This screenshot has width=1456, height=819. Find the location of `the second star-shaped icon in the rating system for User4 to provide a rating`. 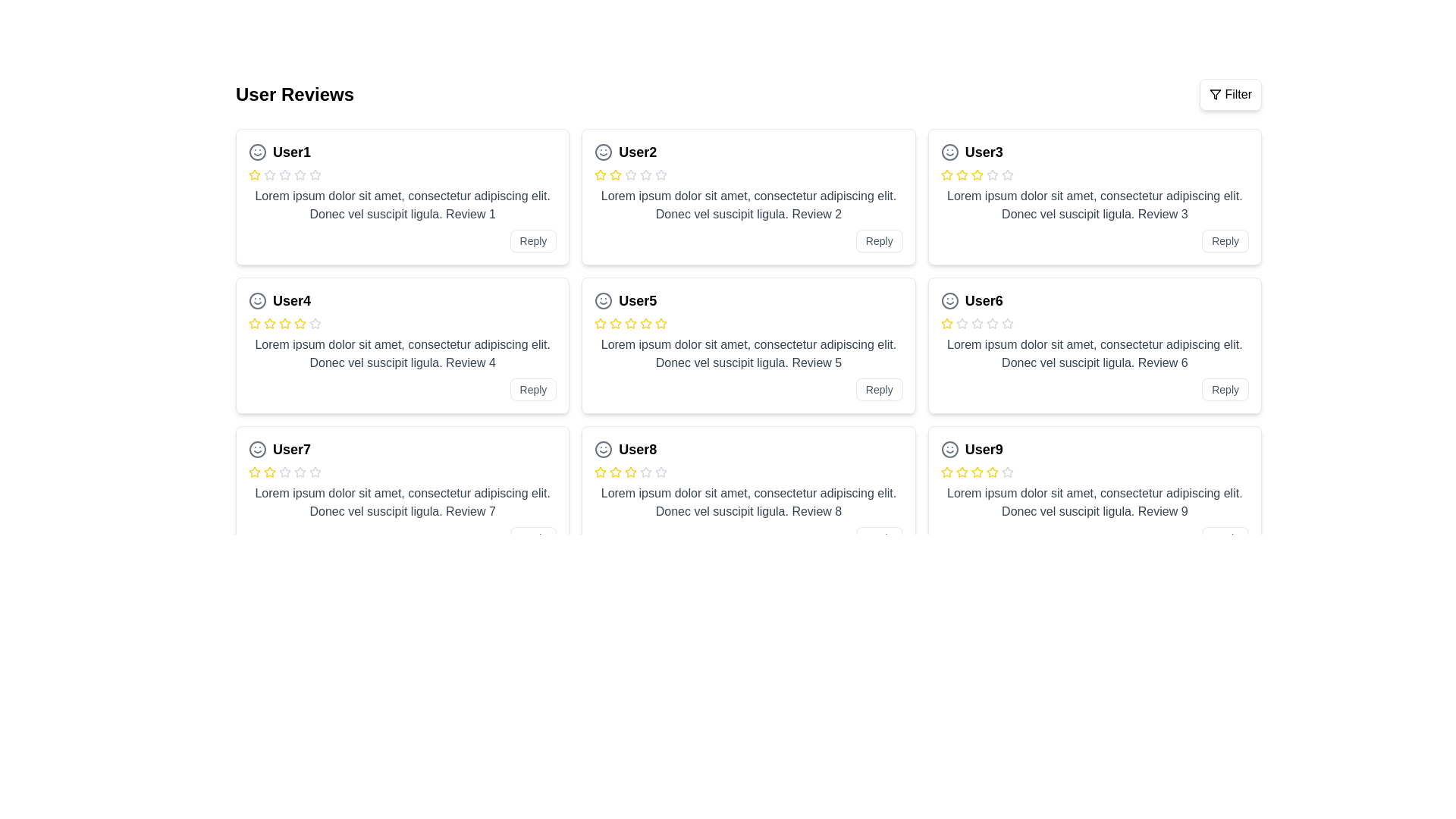

the second star-shaped icon in the rating system for User4 to provide a rating is located at coordinates (300, 322).